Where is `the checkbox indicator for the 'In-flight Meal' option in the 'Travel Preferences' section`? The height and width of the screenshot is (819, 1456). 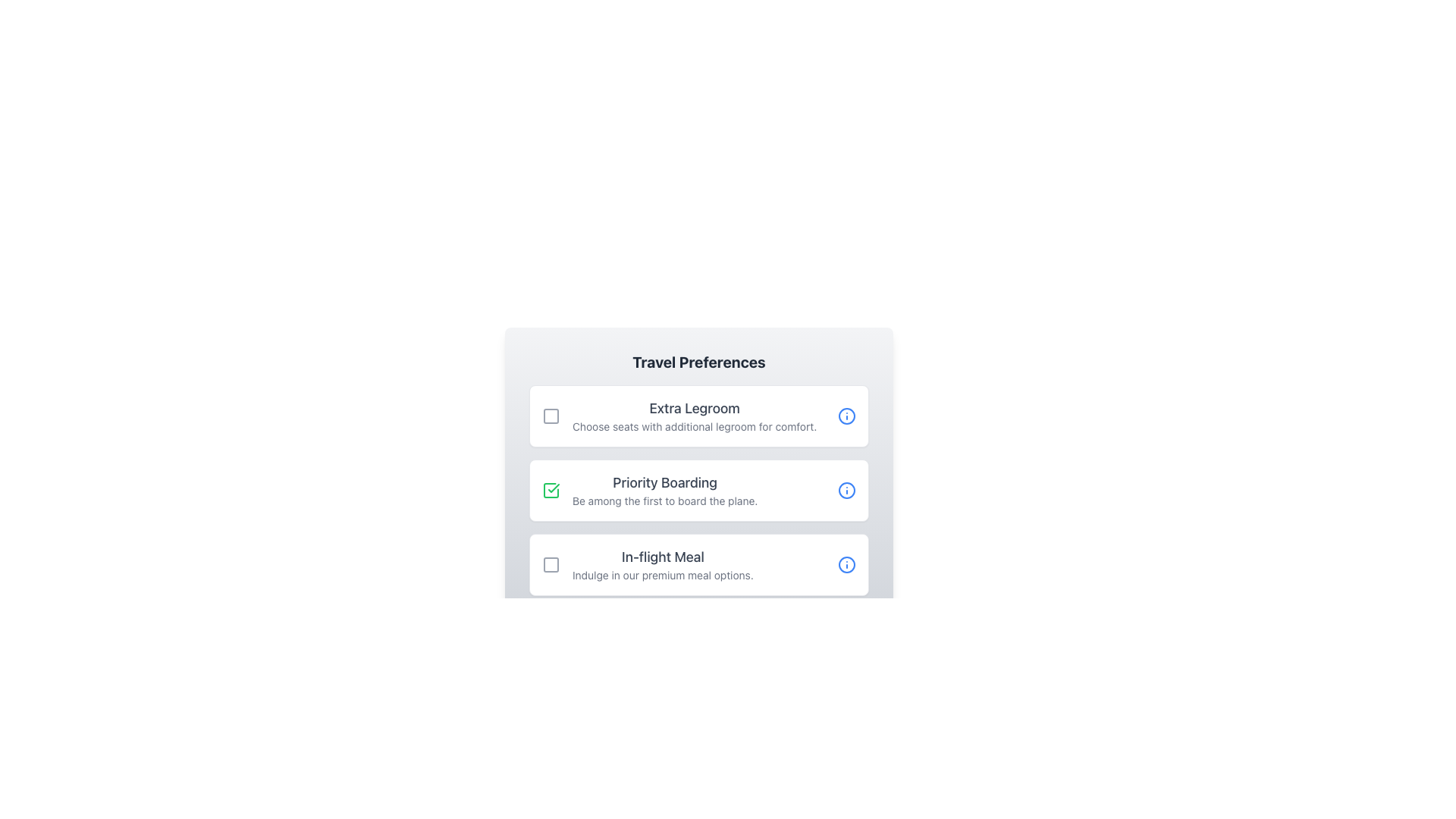 the checkbox indicator for the 'In-flight Meal' option in the 'Travel Preferences' section is located at coordinates (550, 564).